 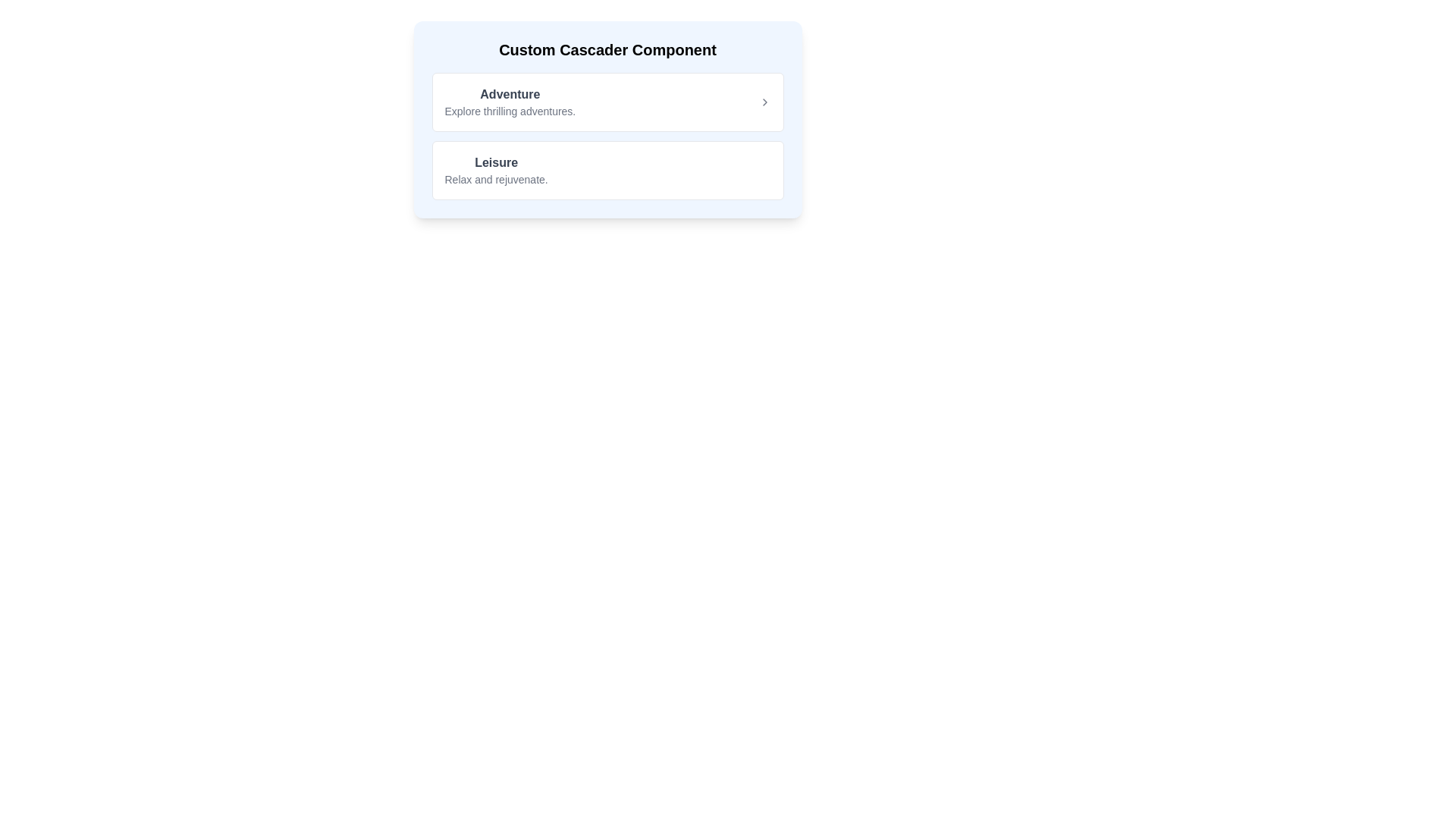 I want to click on the bold gray 'Adventure' text label located at the top of the Custom Cascader Component section, above the description text 'Explore thrilling adventures.', so click(x=510, y=94).